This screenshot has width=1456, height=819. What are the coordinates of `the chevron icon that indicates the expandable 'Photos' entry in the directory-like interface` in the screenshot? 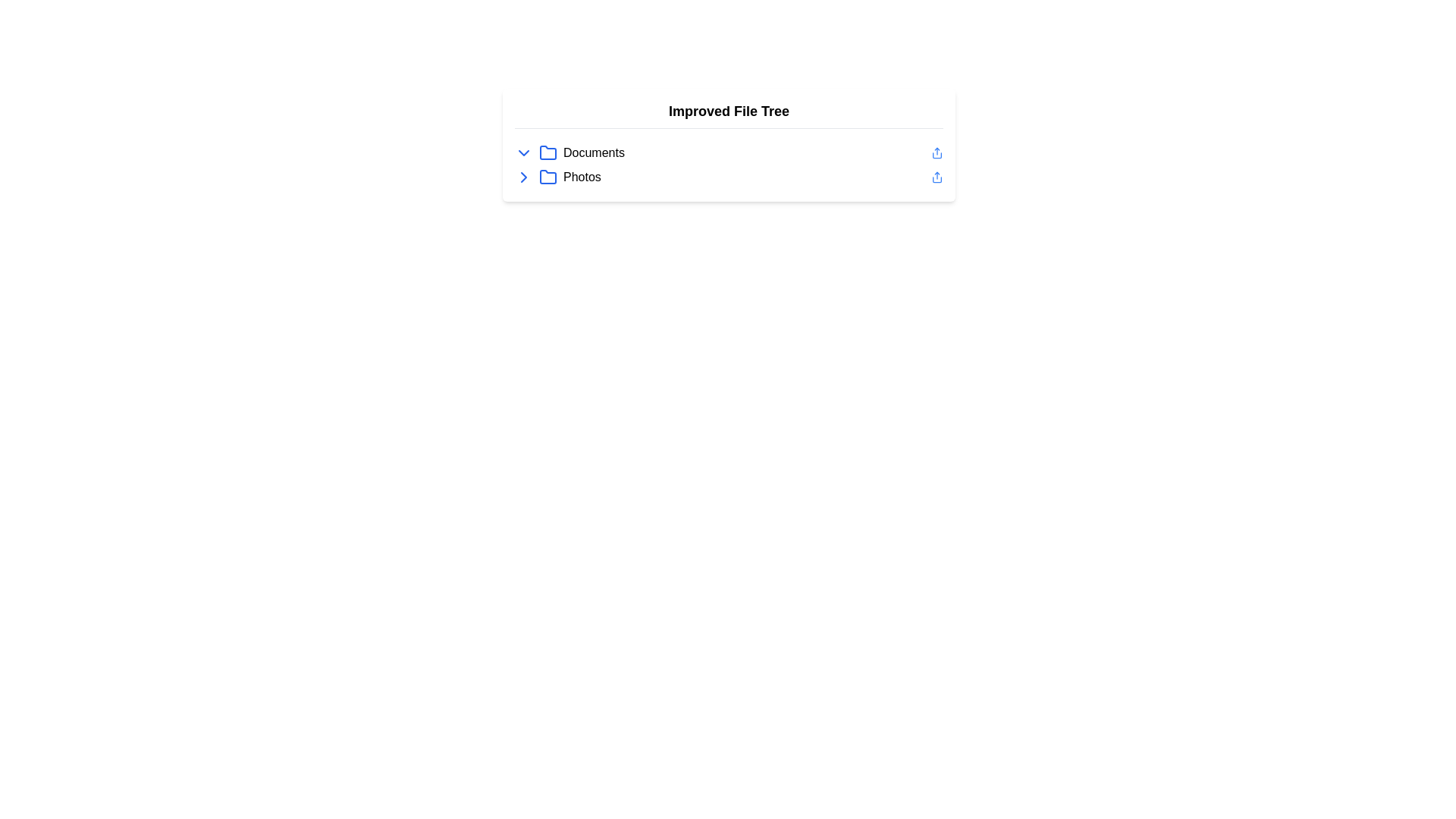 It's located at (524, 177).